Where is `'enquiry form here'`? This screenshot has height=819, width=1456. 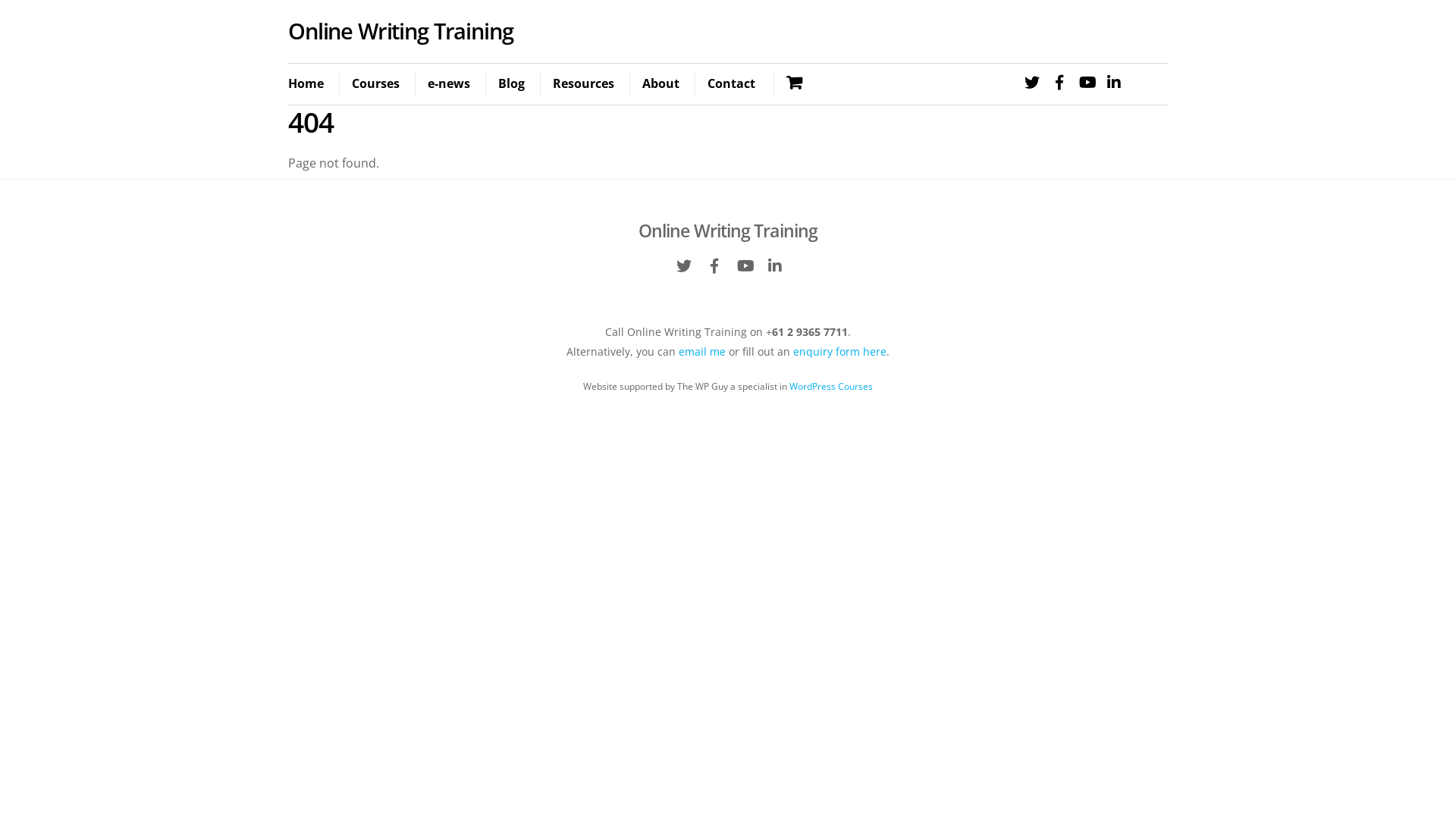 'enquiry form here' is located at coordinates (839, 351).